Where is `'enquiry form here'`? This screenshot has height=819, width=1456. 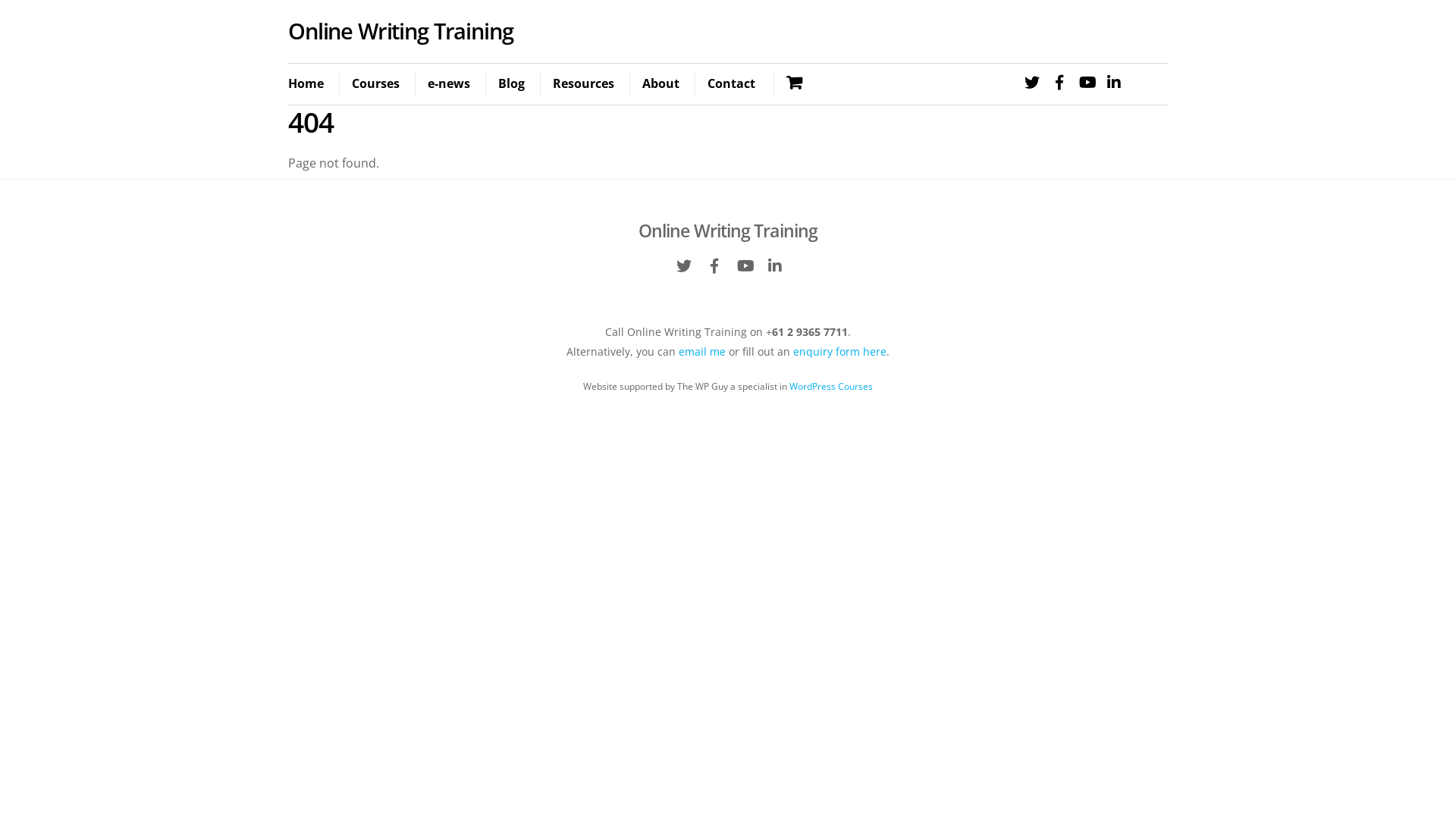 'enquiry form here' is located at coordinates (839, 351).